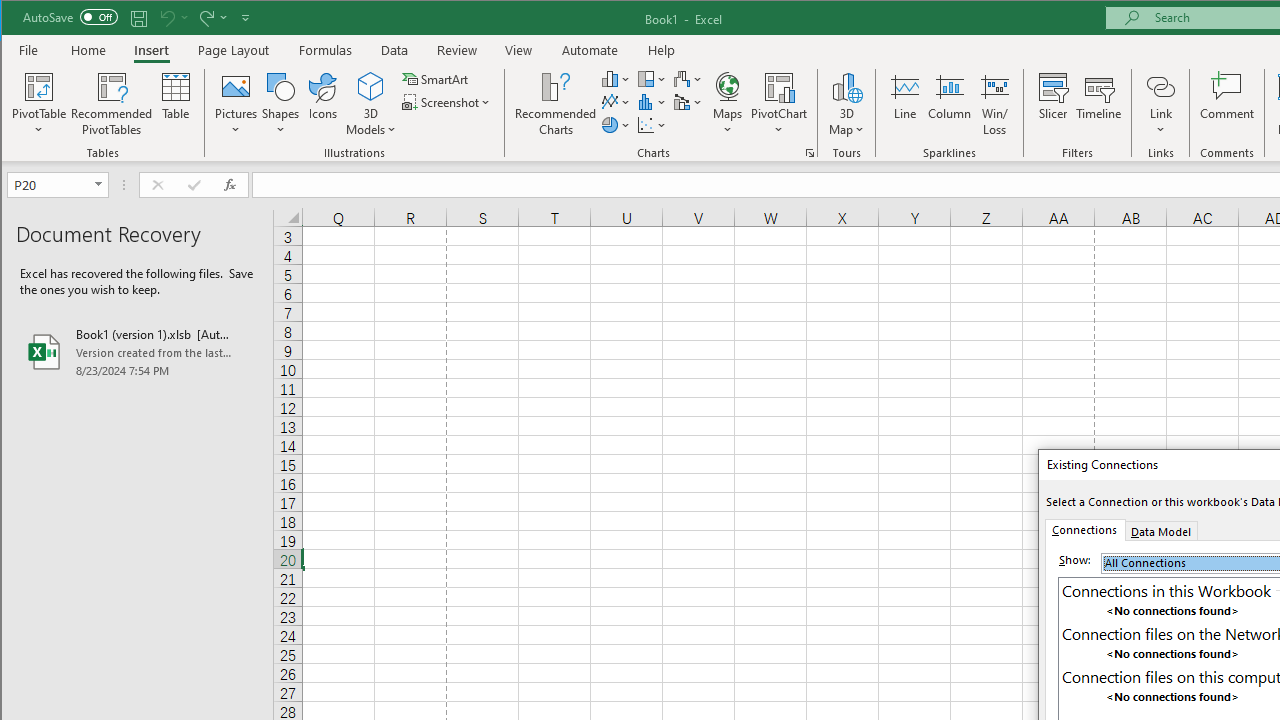 The width and height of the screenshot is (1280, 720). I want to click on 'Insert Hierarchy Chart', so click(652, 78).